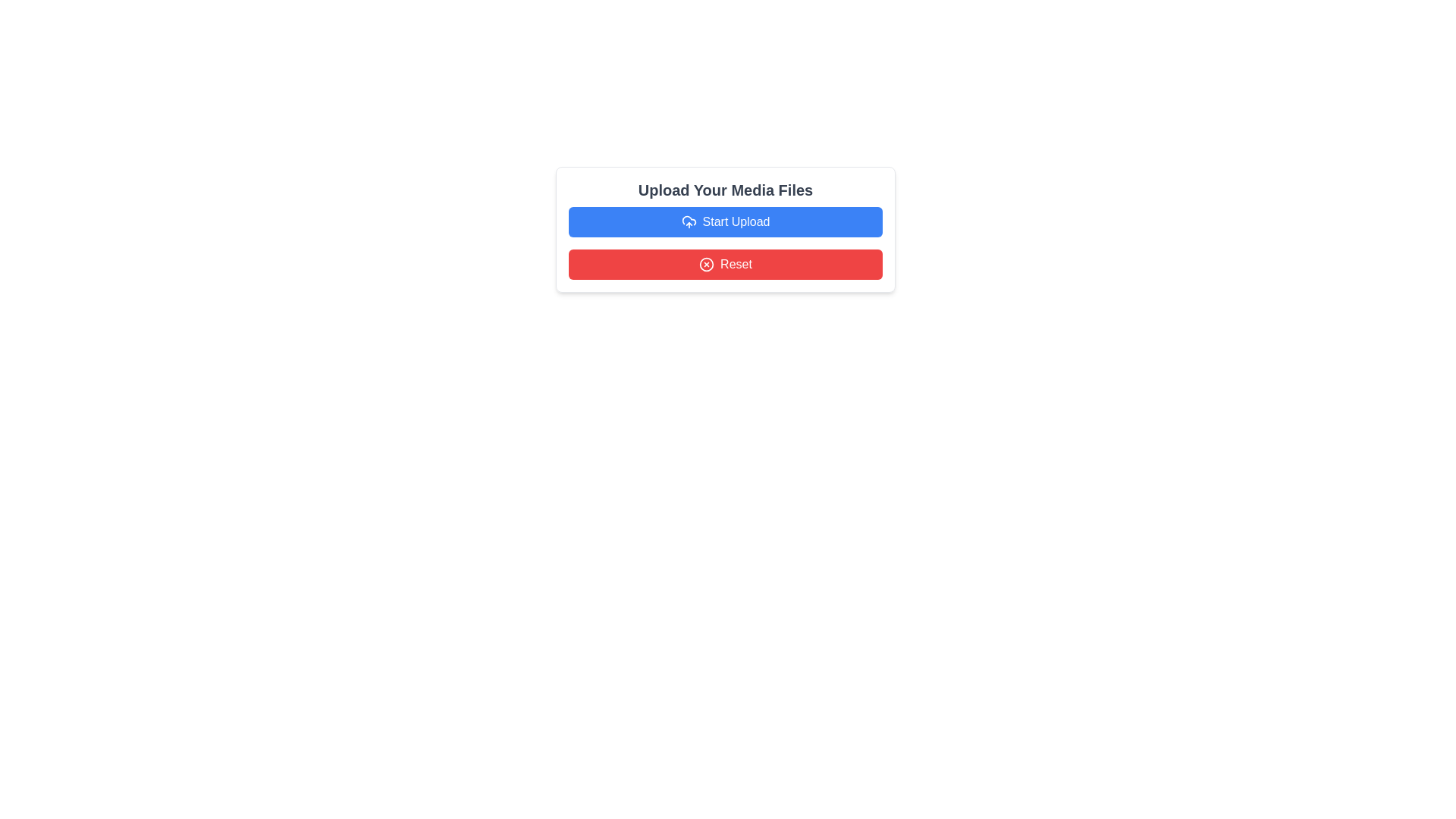 This screenshot has height=819, width=1456. What do you see at coordinates (724, 263) in the screenshot?
I see `the 'Reset' button` at bounding box center [724, 263].